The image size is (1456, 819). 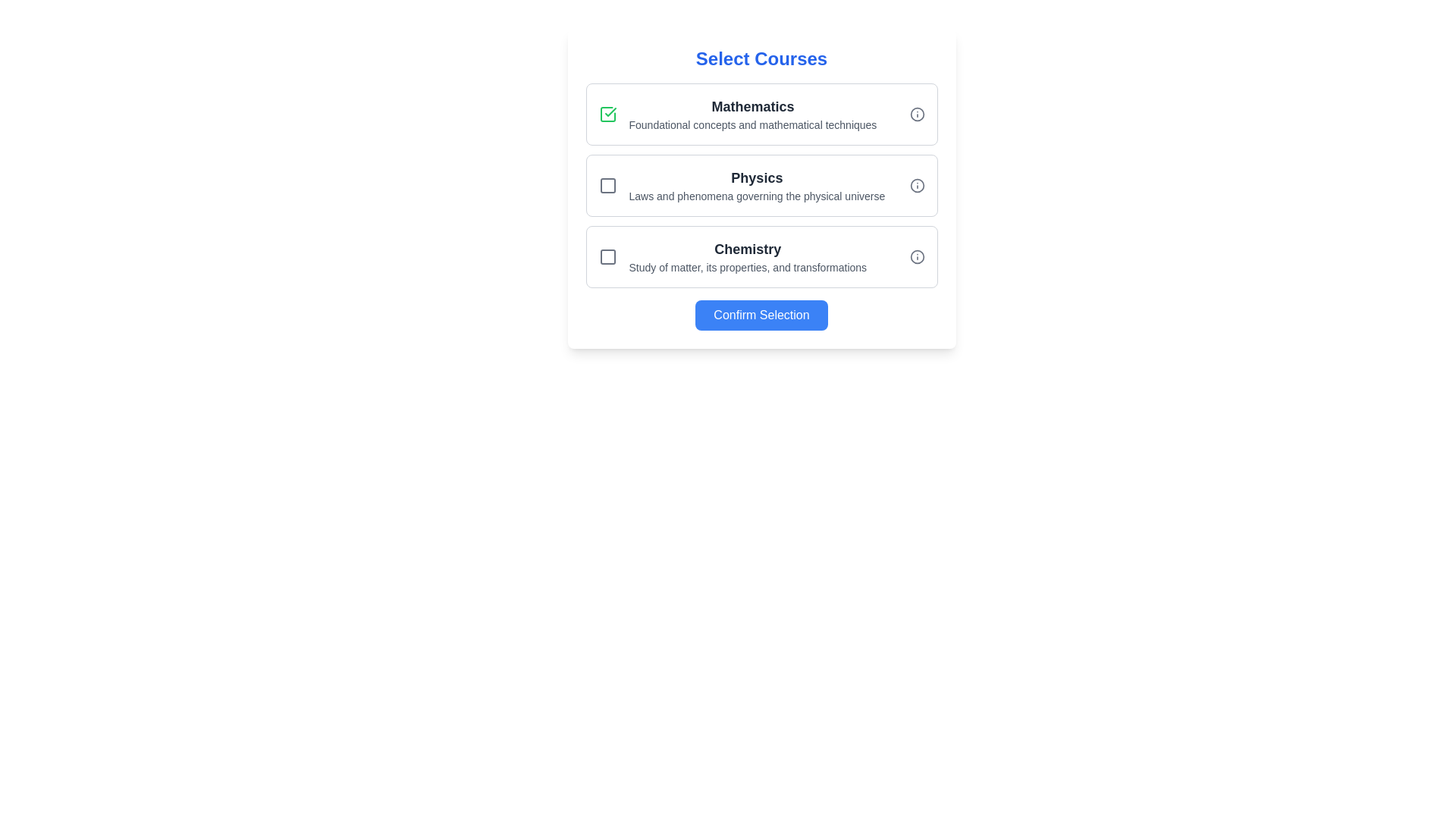 What do you see at coordinates (916, 185) in the screenshot?
I see `the central circular part of the 'info' icon located to the right of the 'Physics' course selection in a vertically arranged list of courses` at bounding box center [916, 185].